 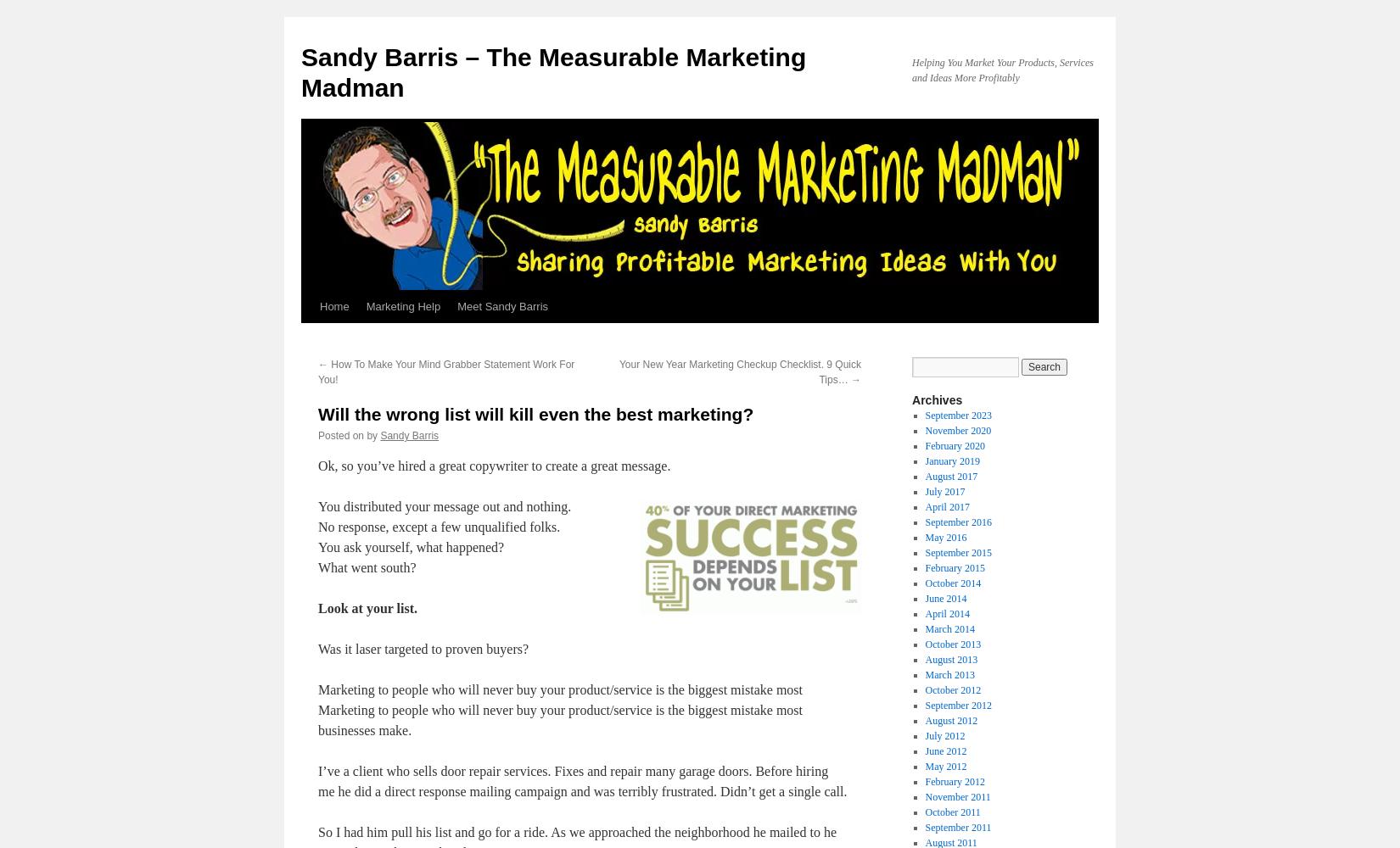 What do you see at coordinates (945, 767) in the screenshot?
I see `'May 2012'` at bounding box center [945, 767].